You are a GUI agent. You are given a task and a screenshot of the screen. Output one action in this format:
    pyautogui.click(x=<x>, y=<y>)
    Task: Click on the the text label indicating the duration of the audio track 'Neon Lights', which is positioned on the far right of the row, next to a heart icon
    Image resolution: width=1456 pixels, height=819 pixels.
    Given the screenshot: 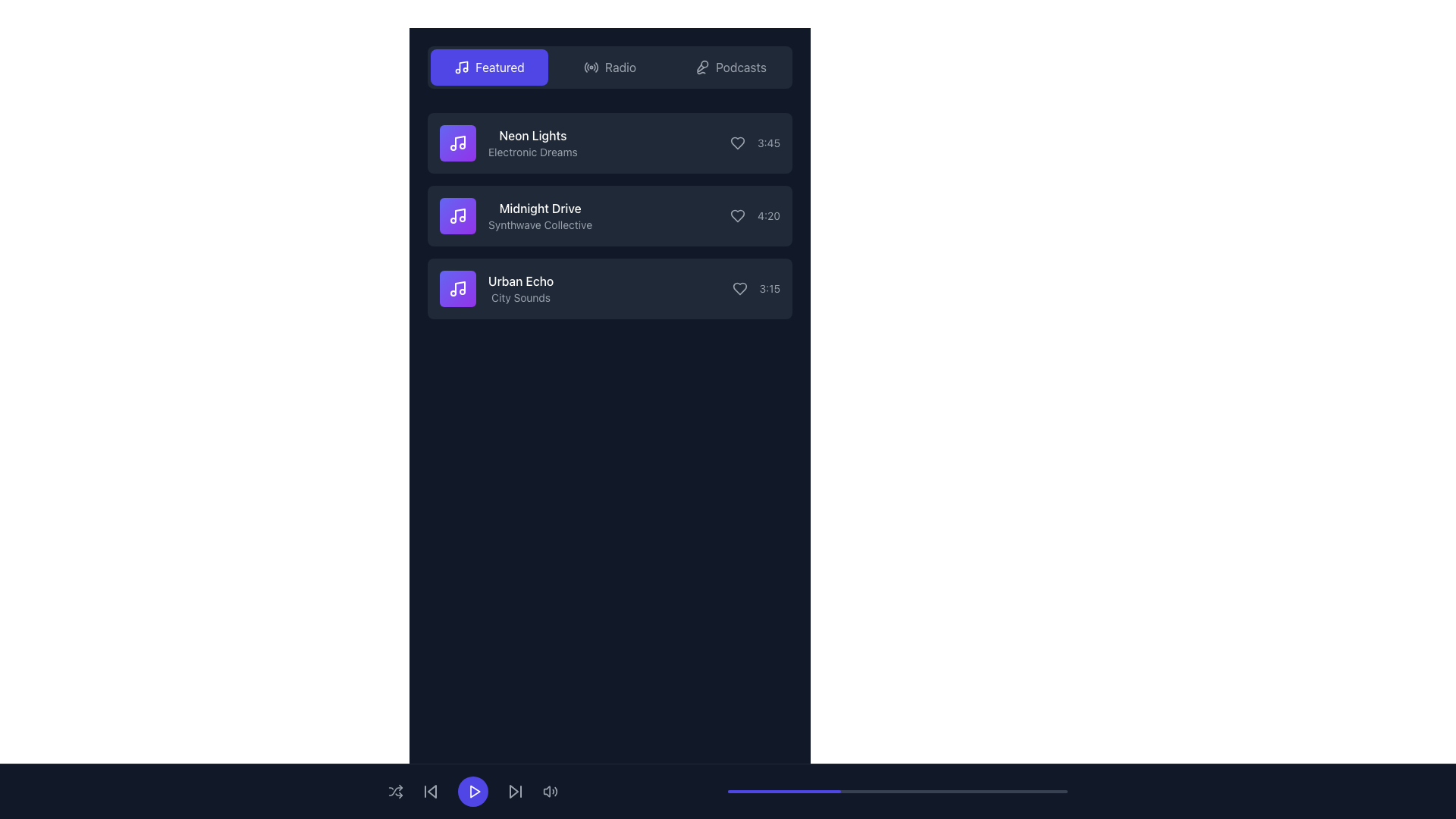 What is the action you would take?
    pyautogui.click(x=755, y=143)
    